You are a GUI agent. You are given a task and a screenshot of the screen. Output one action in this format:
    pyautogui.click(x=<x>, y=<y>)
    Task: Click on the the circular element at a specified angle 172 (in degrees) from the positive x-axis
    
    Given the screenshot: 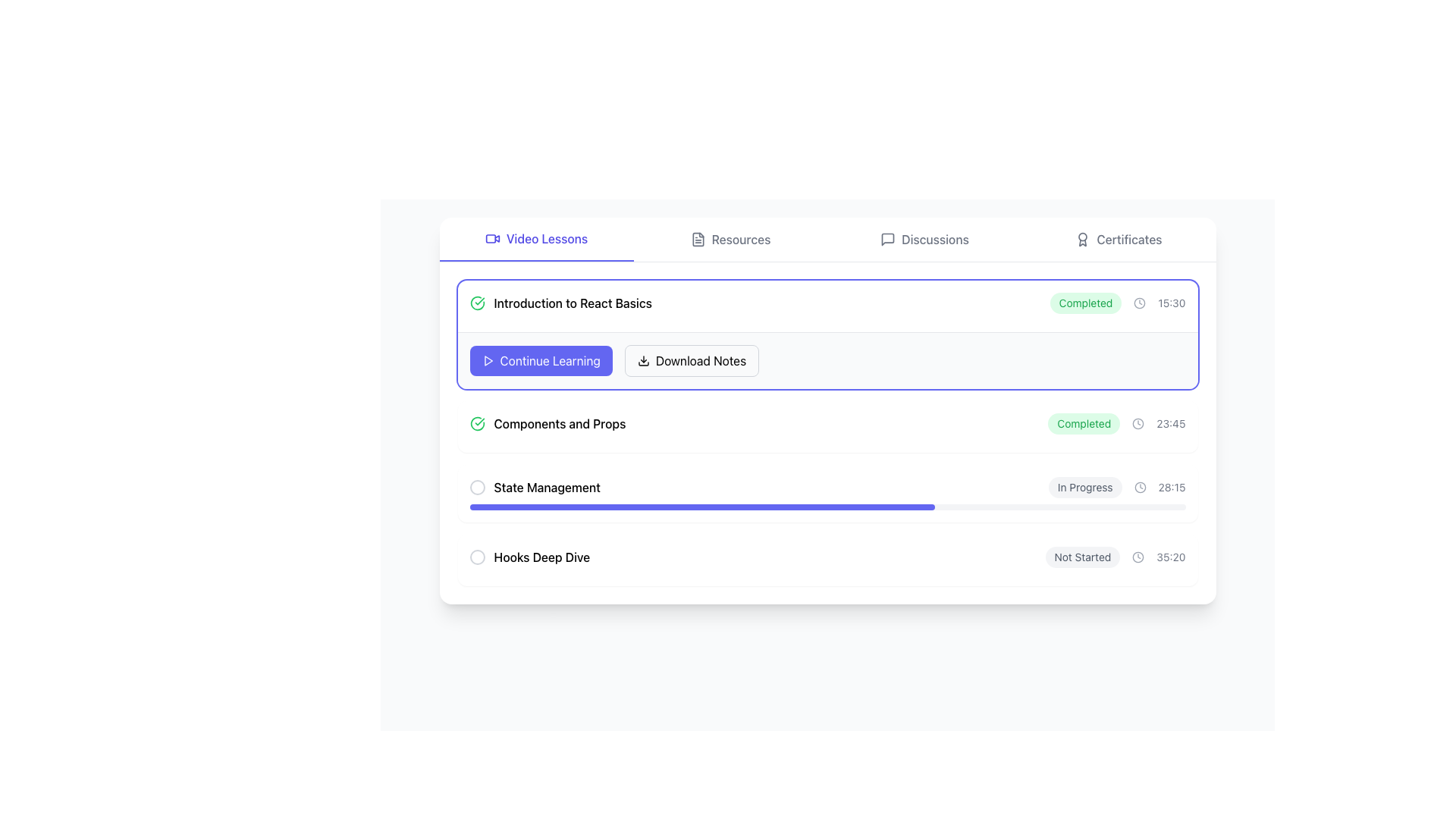 What is the action you would take?
    pyautogui.click(x=1137, y=550)
    